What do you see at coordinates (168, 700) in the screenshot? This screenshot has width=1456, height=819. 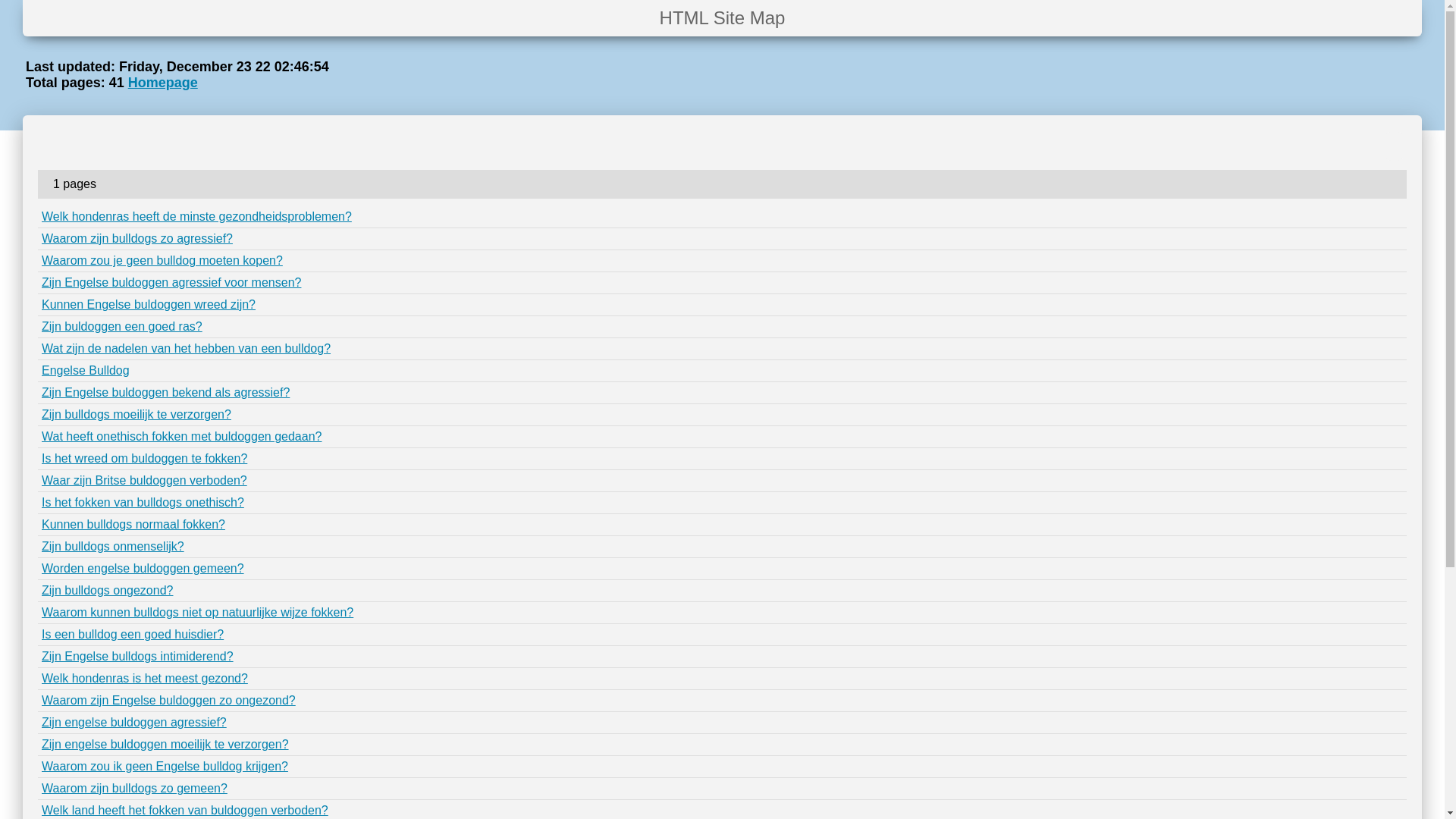 I see `'Waarom zijn Engelse buldoggen zo ongezond?'` at bounding box center [168, 700].